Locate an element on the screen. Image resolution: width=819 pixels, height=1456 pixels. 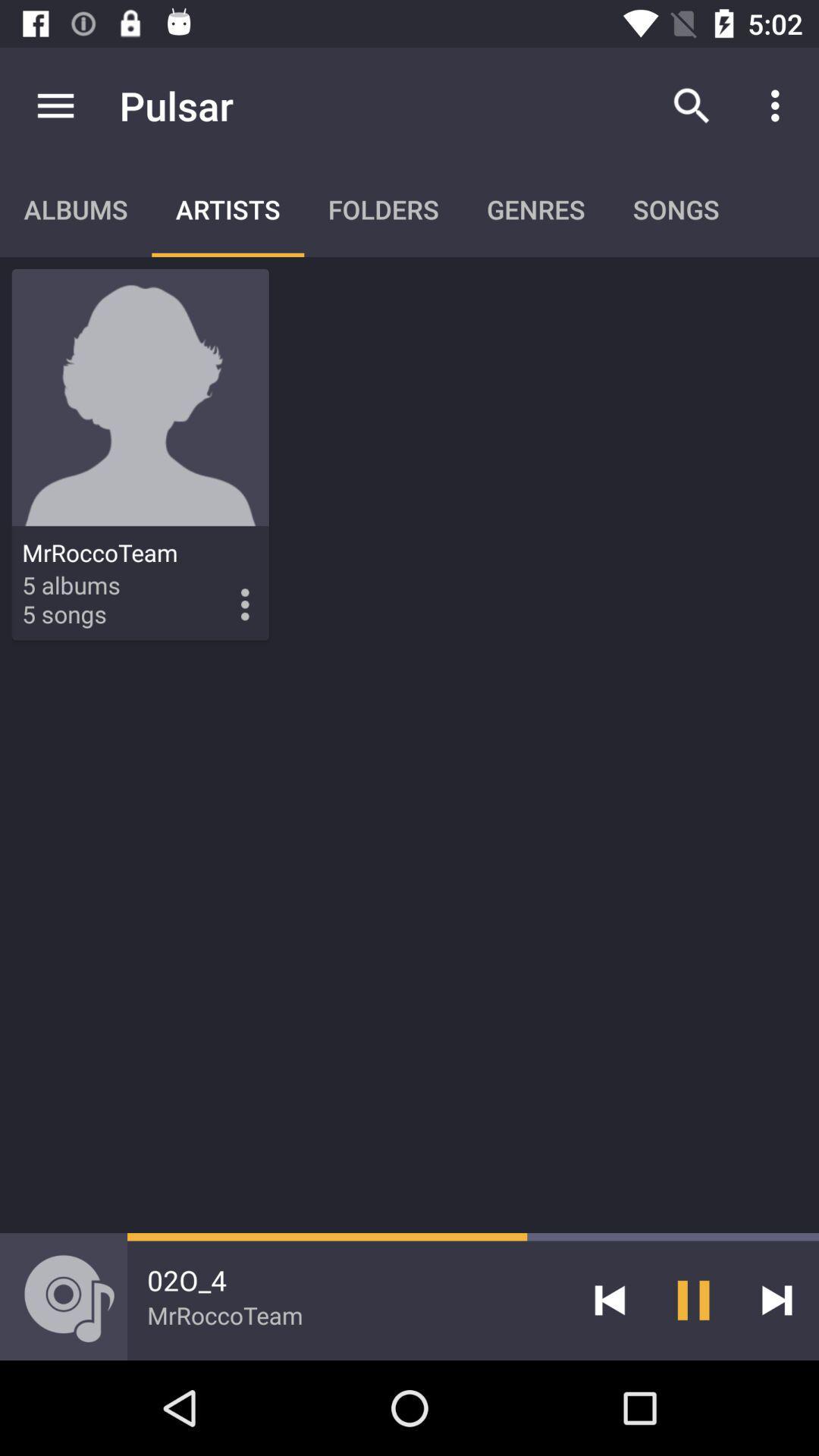
item next to 02o_4 is located at coordinates (609, 1299).